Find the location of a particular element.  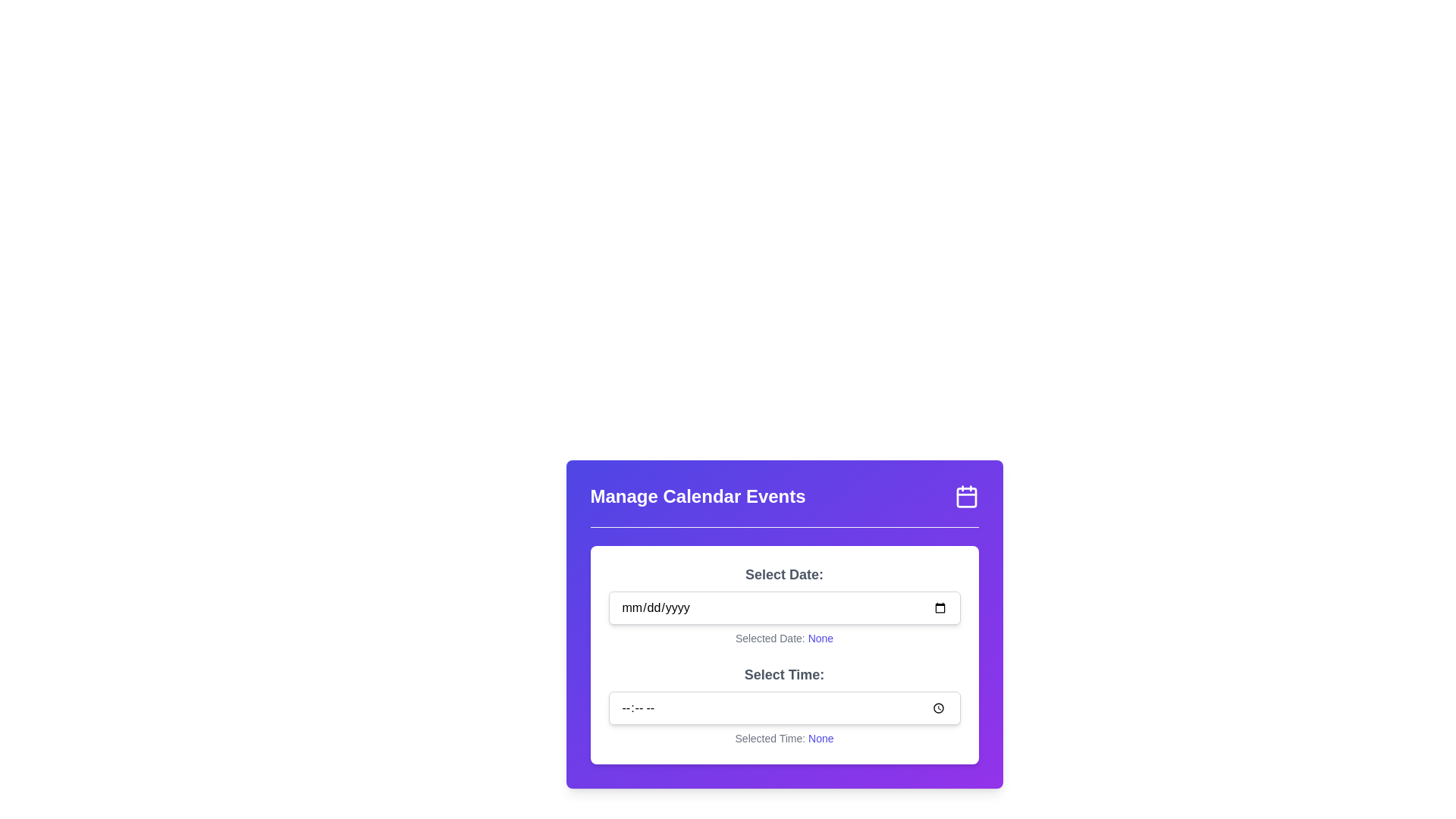

the text display element that shows 'Selected Date: None' in a smaller gray font with 'None' styled in blue, positioned below the date input field is located at coordinates (784, 638).